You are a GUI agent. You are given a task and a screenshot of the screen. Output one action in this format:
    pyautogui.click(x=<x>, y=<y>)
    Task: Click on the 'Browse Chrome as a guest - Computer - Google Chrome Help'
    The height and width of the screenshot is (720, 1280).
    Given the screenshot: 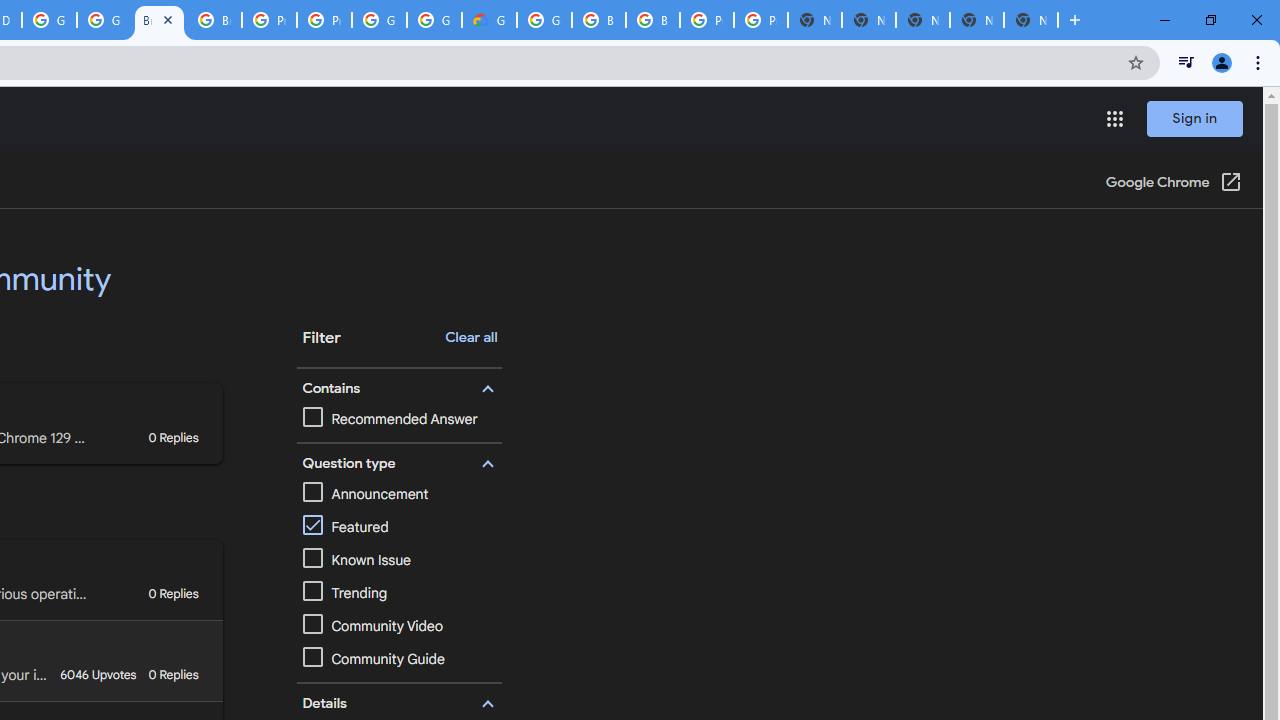 What is the action you would take?
    pyautogui.click(x=214, y=20)
    